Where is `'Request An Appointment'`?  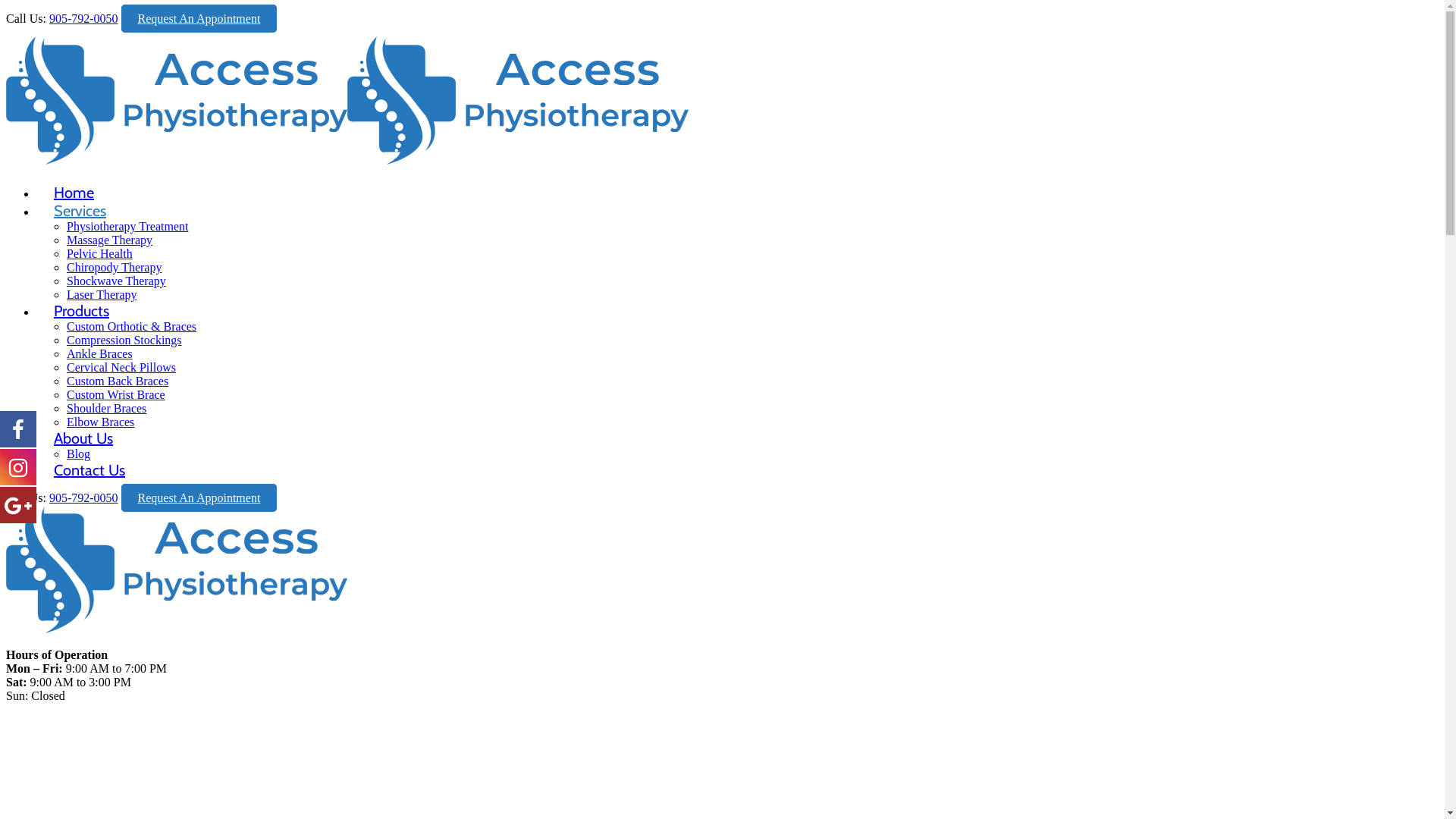 'Request An Appointment' is located at coordinates (199, 18).